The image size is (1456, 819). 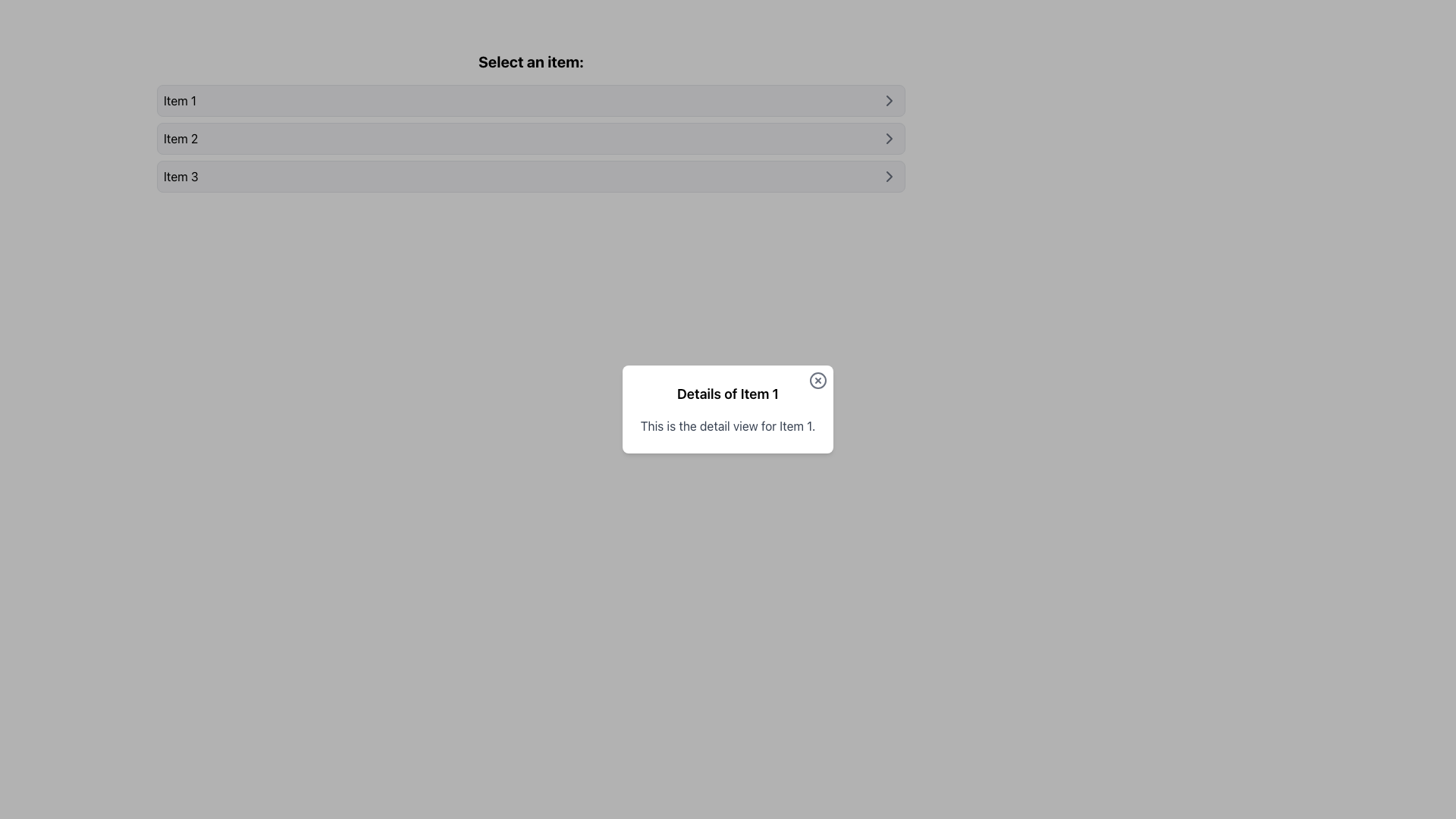 What do you see at coordinates (889, 100) in the screenshot?
I see `the Chevron Icon located at the far right of the row labeled 'Item 1' to trigger an action` at bounding box center [889, 100].